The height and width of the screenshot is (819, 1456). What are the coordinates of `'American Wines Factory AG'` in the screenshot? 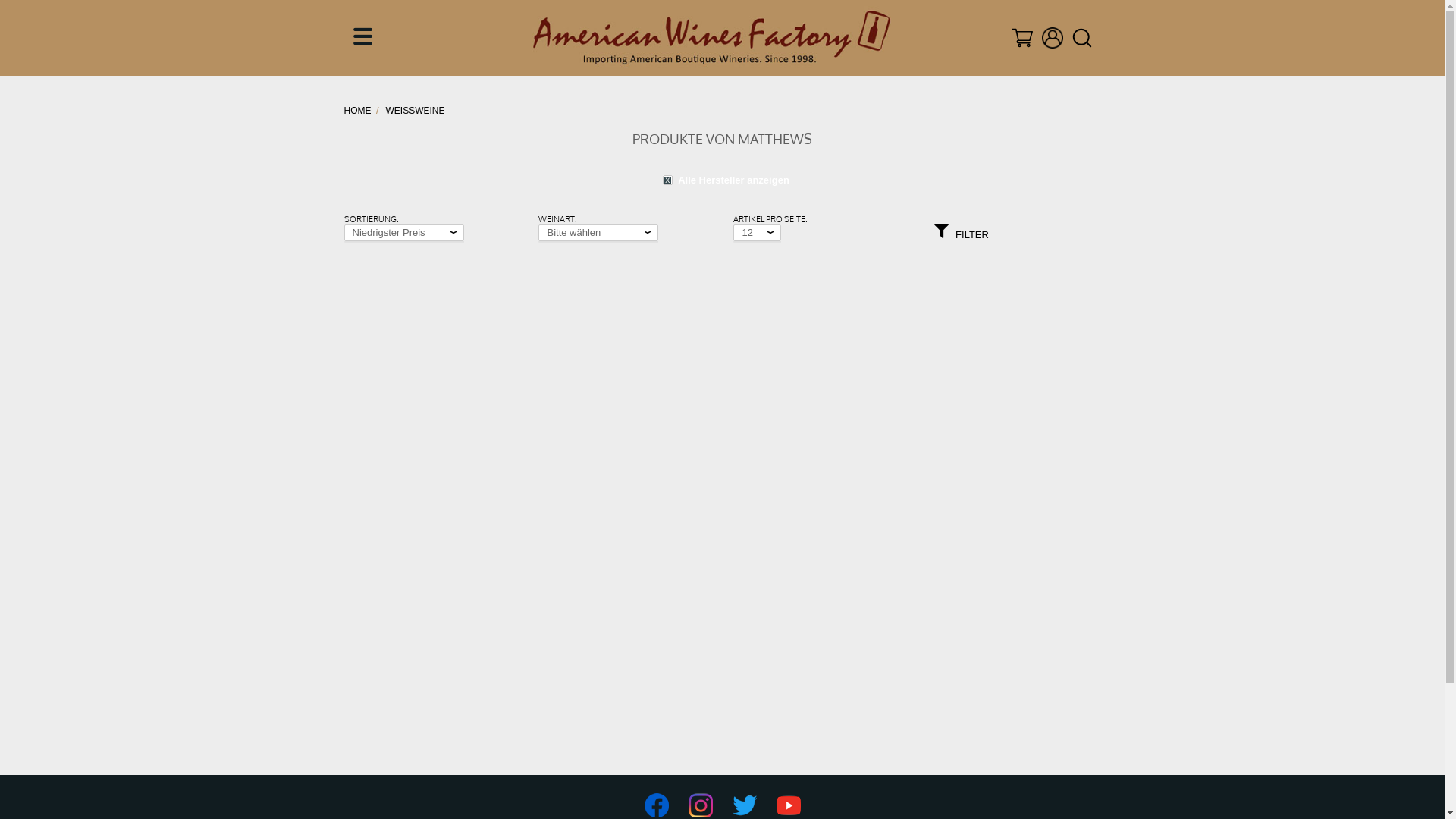 It's located at (711, 37).